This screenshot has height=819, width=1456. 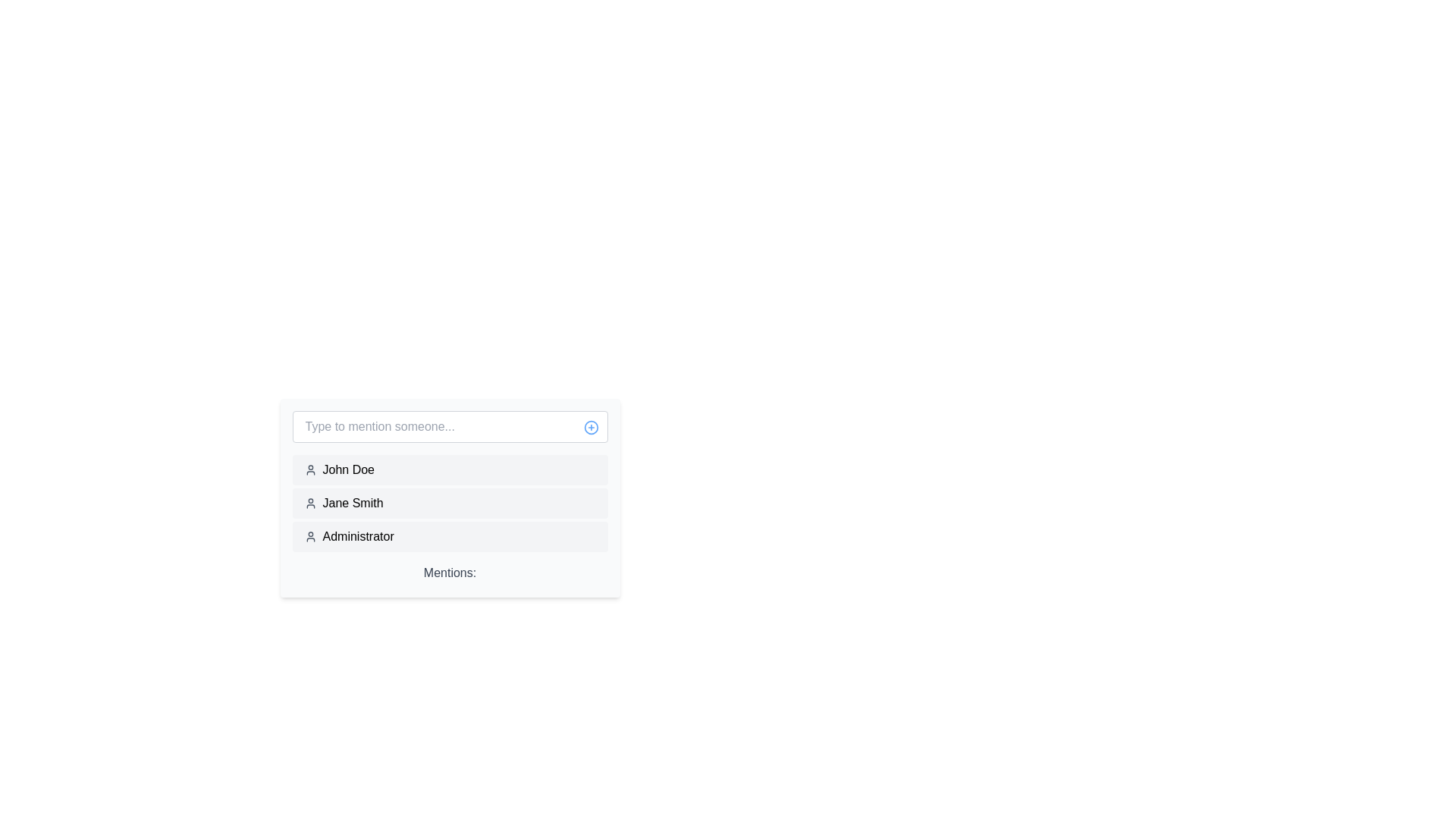 I want to click on the blue bordered circular SVG icon with a plus sign, positioned at the top-right corner of the text input box, so click(x=590, y=427).